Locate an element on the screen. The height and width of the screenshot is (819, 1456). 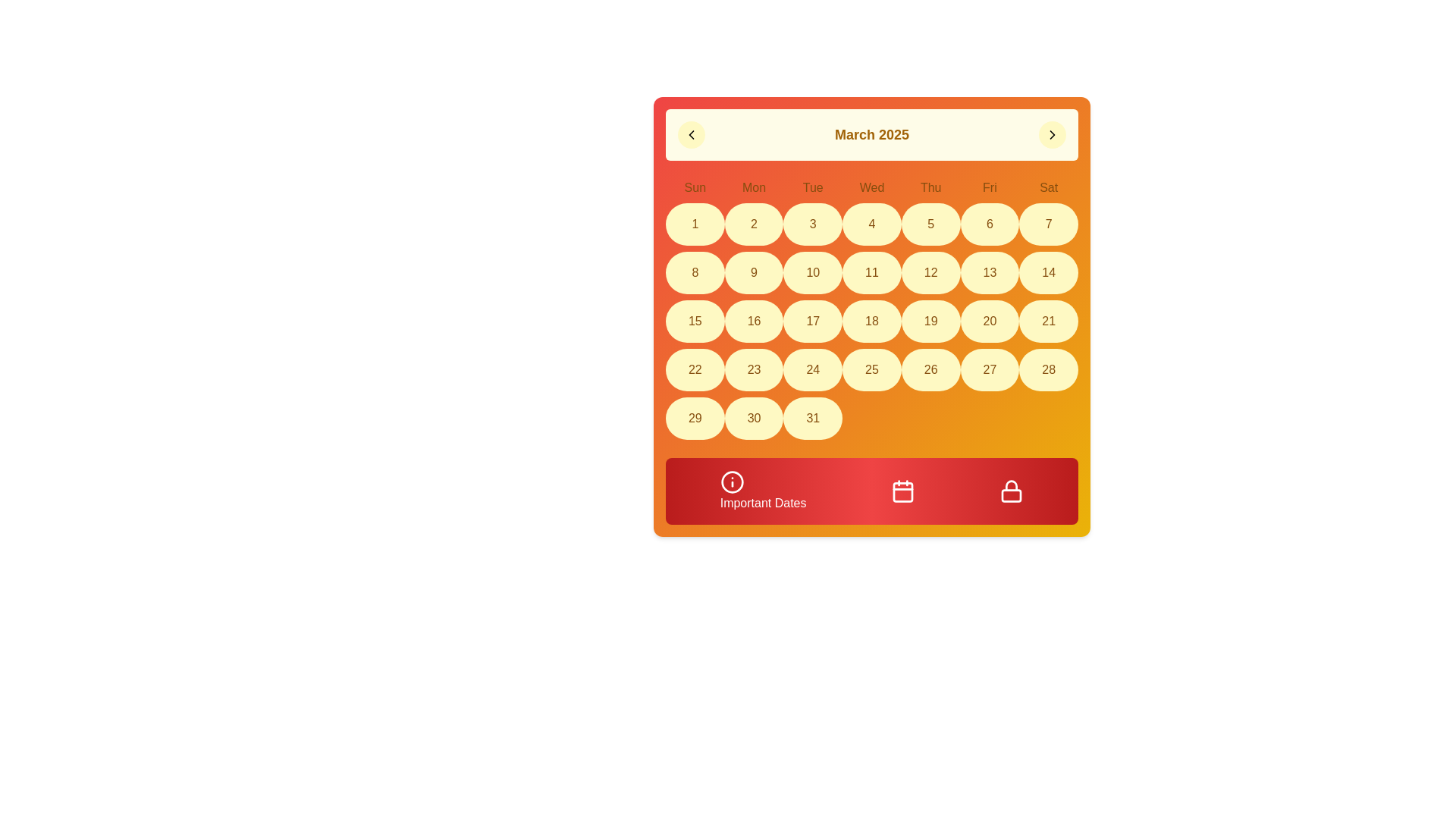
the button representing the second day of the month in the calendar interface is located at coordinates (754, 224).